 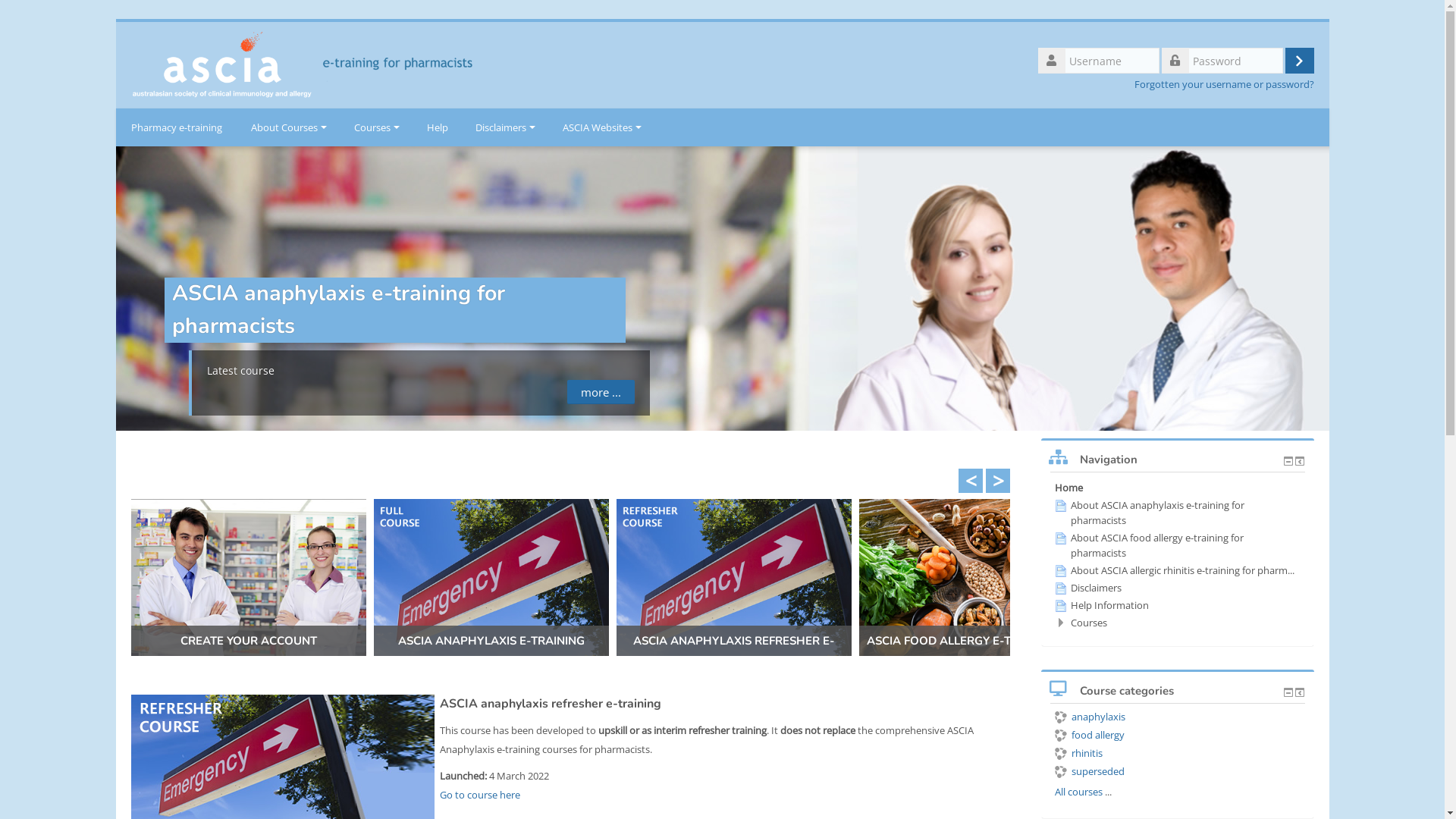 I want to click on 'Go to course here', so click(x=479, y=794).